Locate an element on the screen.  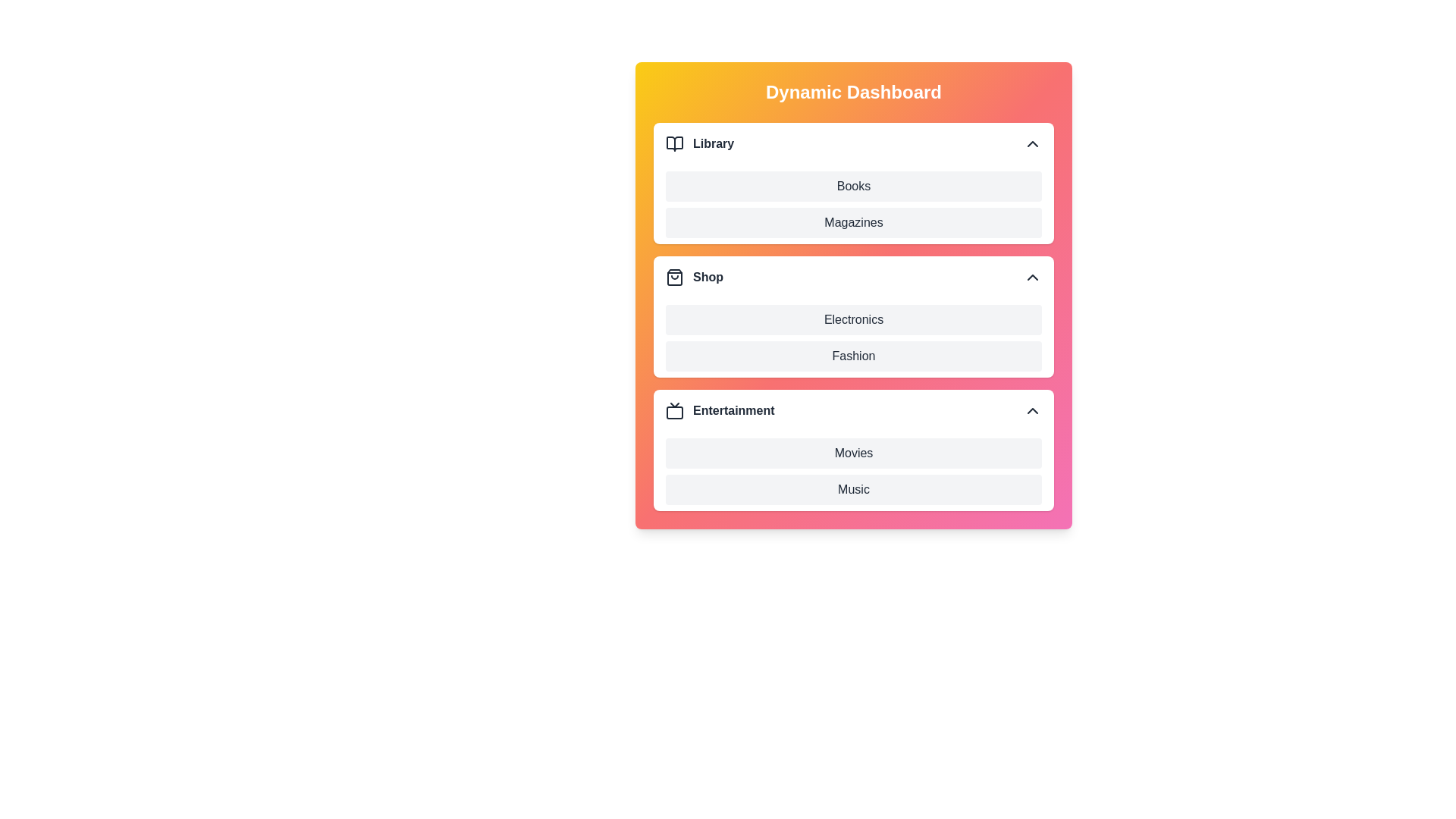
the item Magazines in the section Library is located at coordinates (666, 222).